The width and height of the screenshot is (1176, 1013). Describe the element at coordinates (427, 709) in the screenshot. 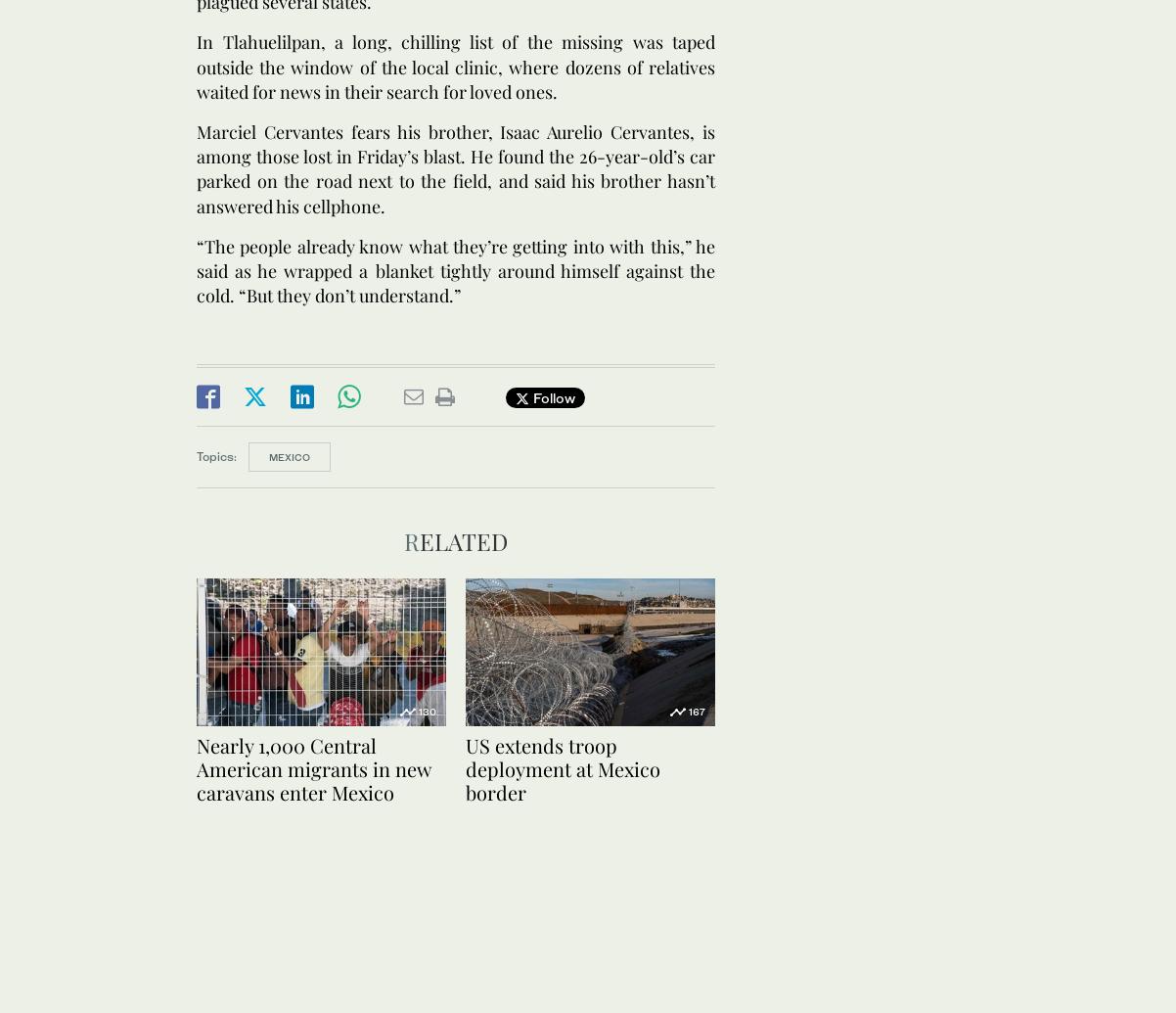

I see `'130'` at that location.